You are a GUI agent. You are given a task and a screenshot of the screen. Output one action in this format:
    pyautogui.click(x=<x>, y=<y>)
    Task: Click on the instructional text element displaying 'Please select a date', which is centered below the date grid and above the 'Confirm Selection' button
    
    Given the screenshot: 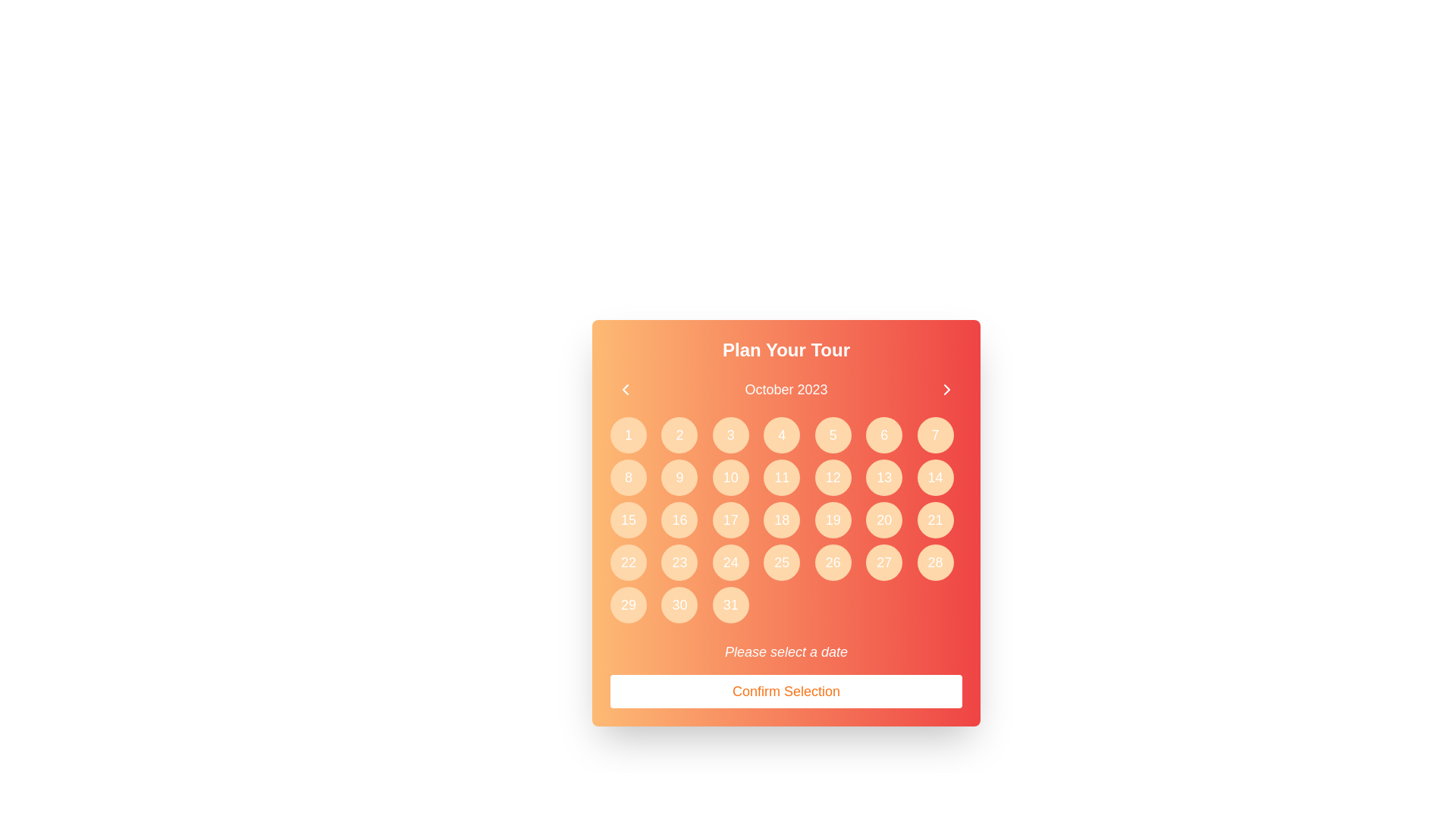 What is the action you would take?
    pyautogui.click(x=786, y=651)
    